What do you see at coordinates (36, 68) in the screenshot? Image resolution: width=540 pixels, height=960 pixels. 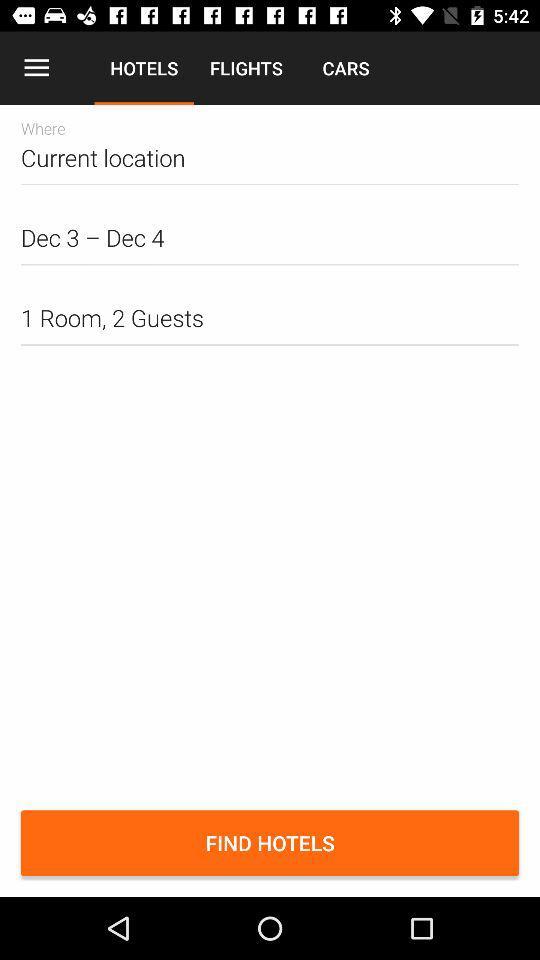 I see `the item above the where item` at bounding box center [36, 68].